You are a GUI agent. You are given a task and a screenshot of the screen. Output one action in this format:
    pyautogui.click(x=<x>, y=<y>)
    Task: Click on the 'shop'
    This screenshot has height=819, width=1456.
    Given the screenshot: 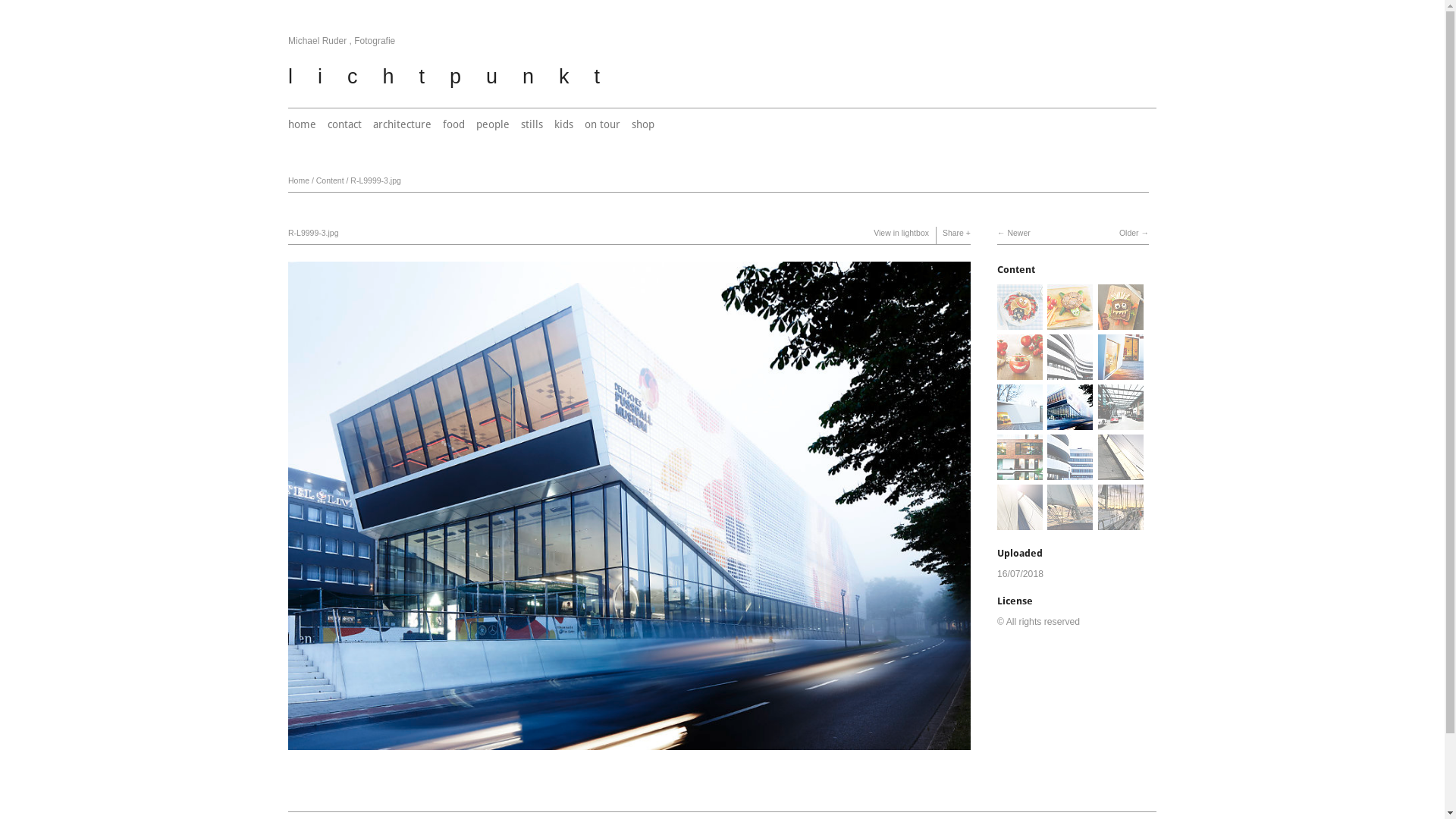 What is the action you would take?
    pyautogui.click(x=643, y=124)
    